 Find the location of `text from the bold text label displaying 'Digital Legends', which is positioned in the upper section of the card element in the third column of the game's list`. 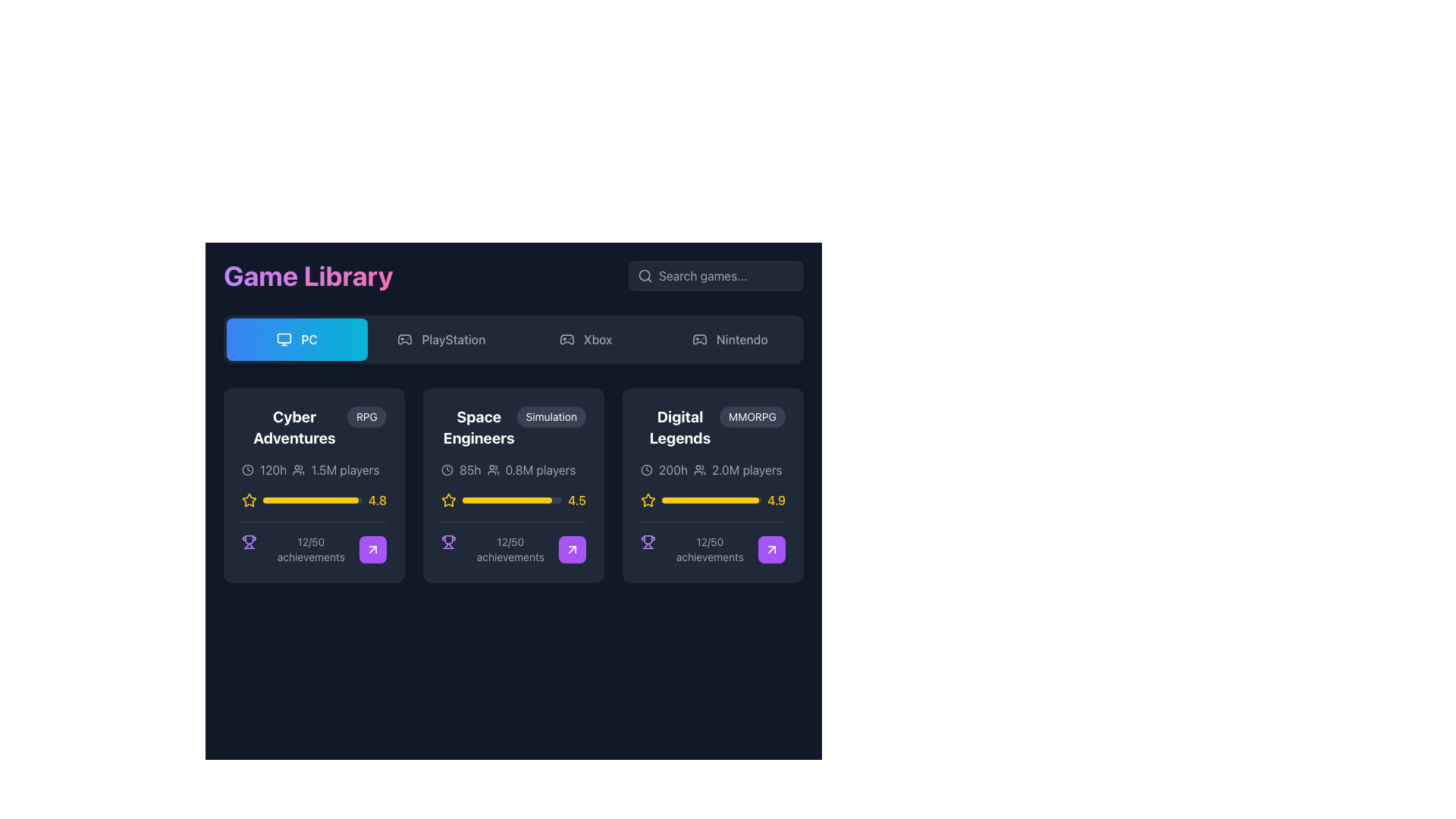

text from the bold text label displaying 'Digital Legends', which is positioned in the upper section of the card element in the third column of the game's list is located at coordinates (679, 427).